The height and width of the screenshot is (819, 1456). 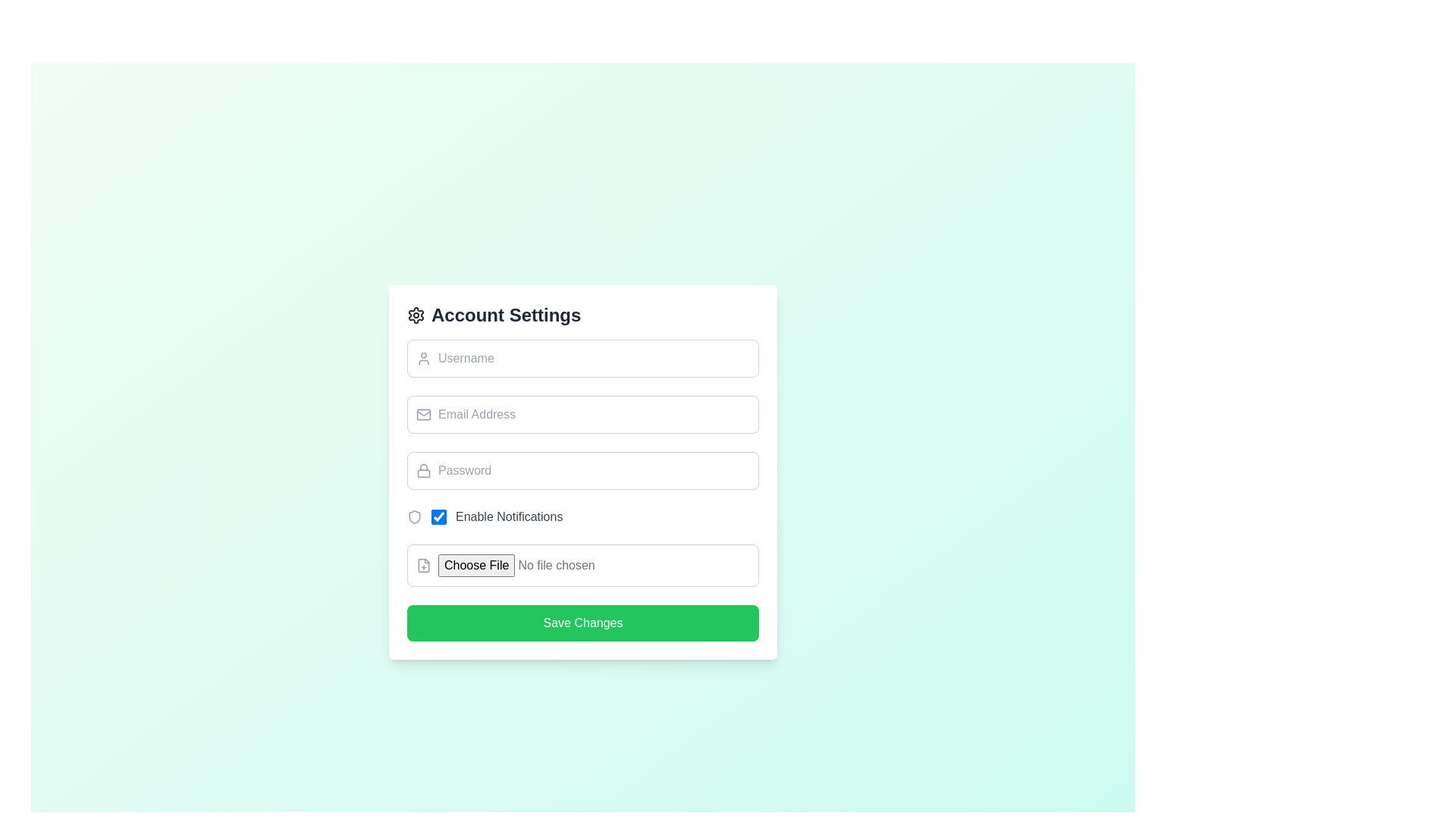 What do you see at coordinates (497, 516) in the screenshot?
I see `the checkbox in the fourth row of the form layout` at bounding box center [497, 516].